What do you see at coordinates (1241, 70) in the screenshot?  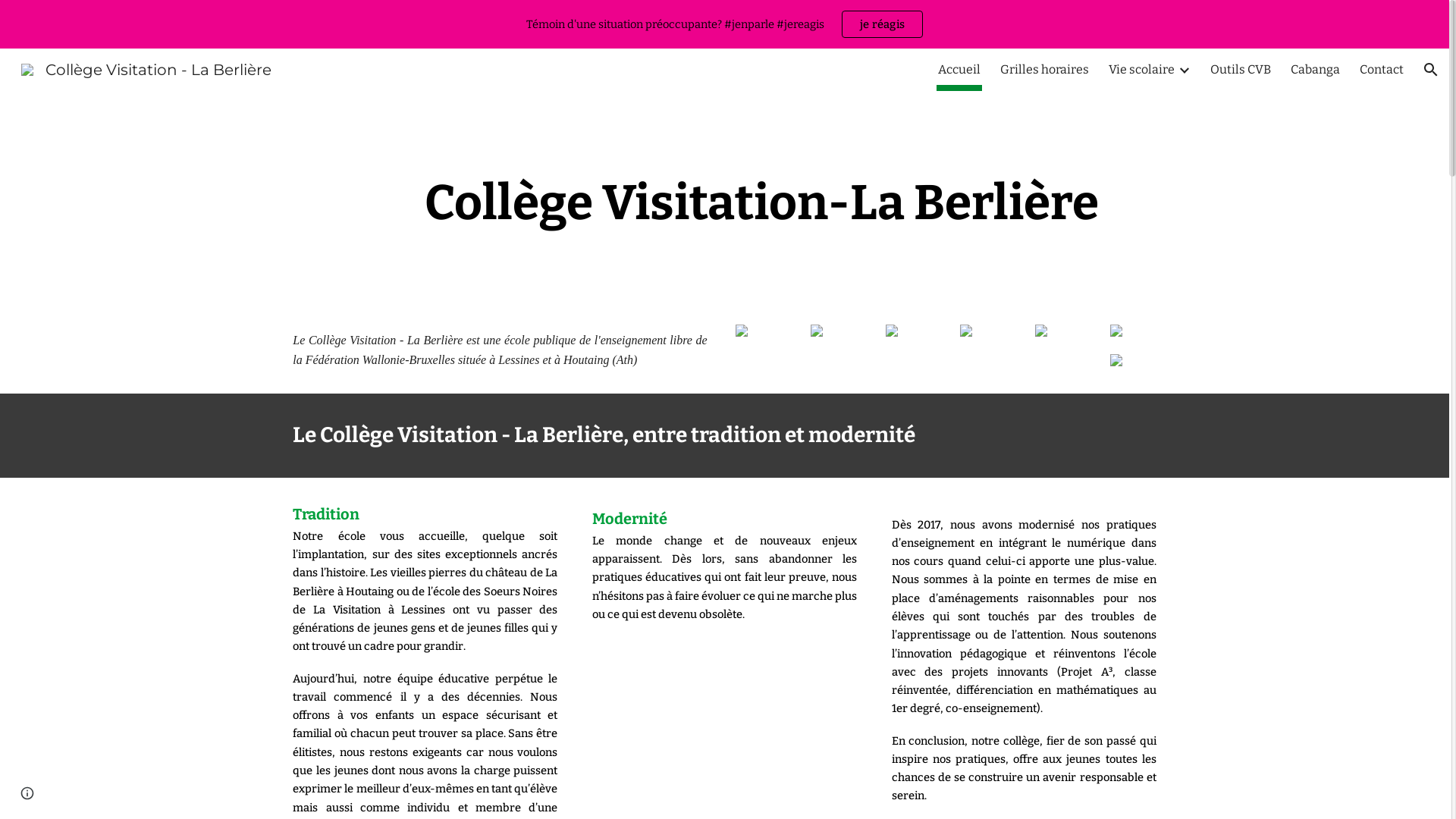 I see `'Outils CVB'` at bounding box center [1241, 70].